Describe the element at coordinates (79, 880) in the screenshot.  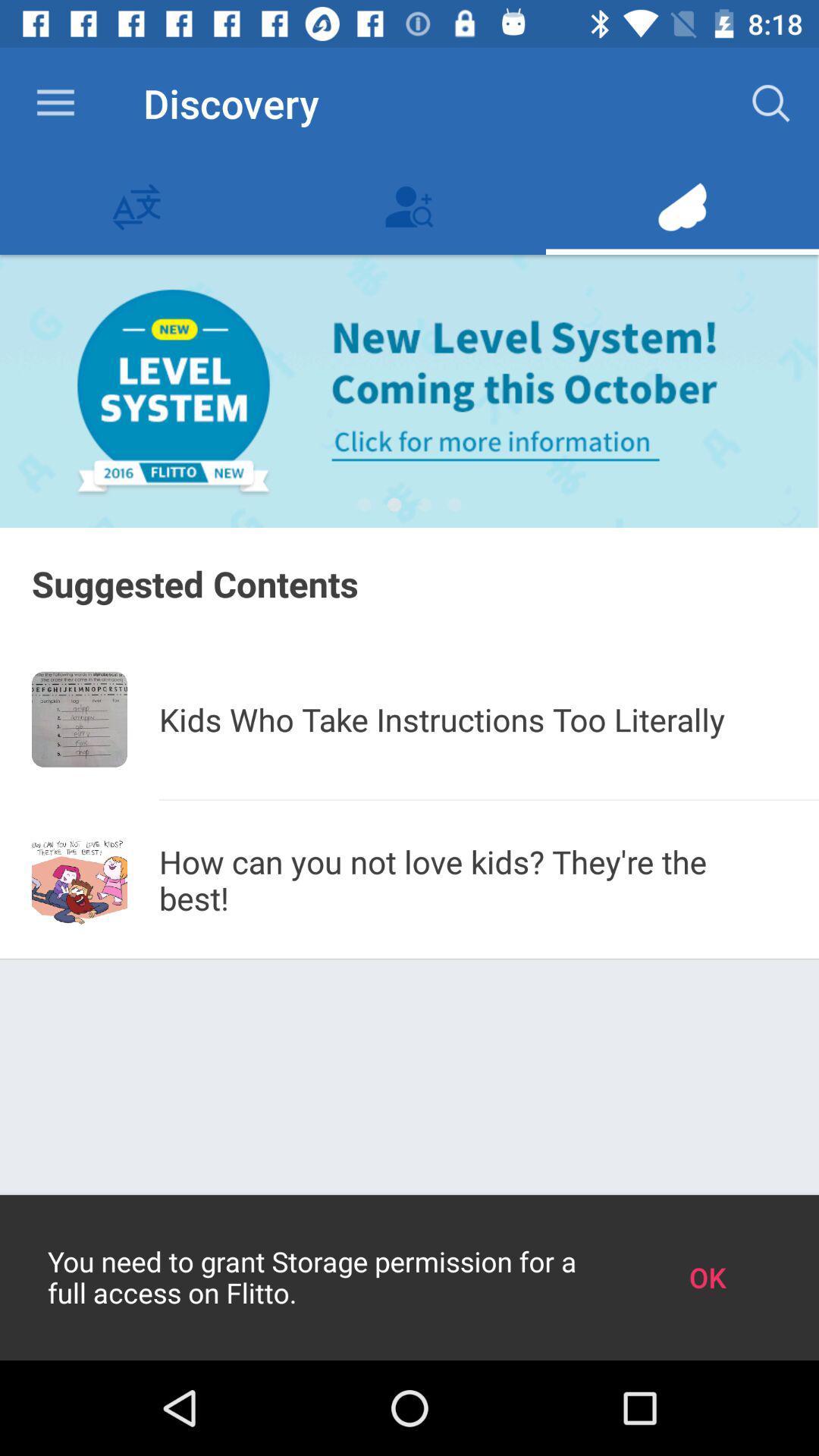
I see `the app to the left of how can you item` at that location.